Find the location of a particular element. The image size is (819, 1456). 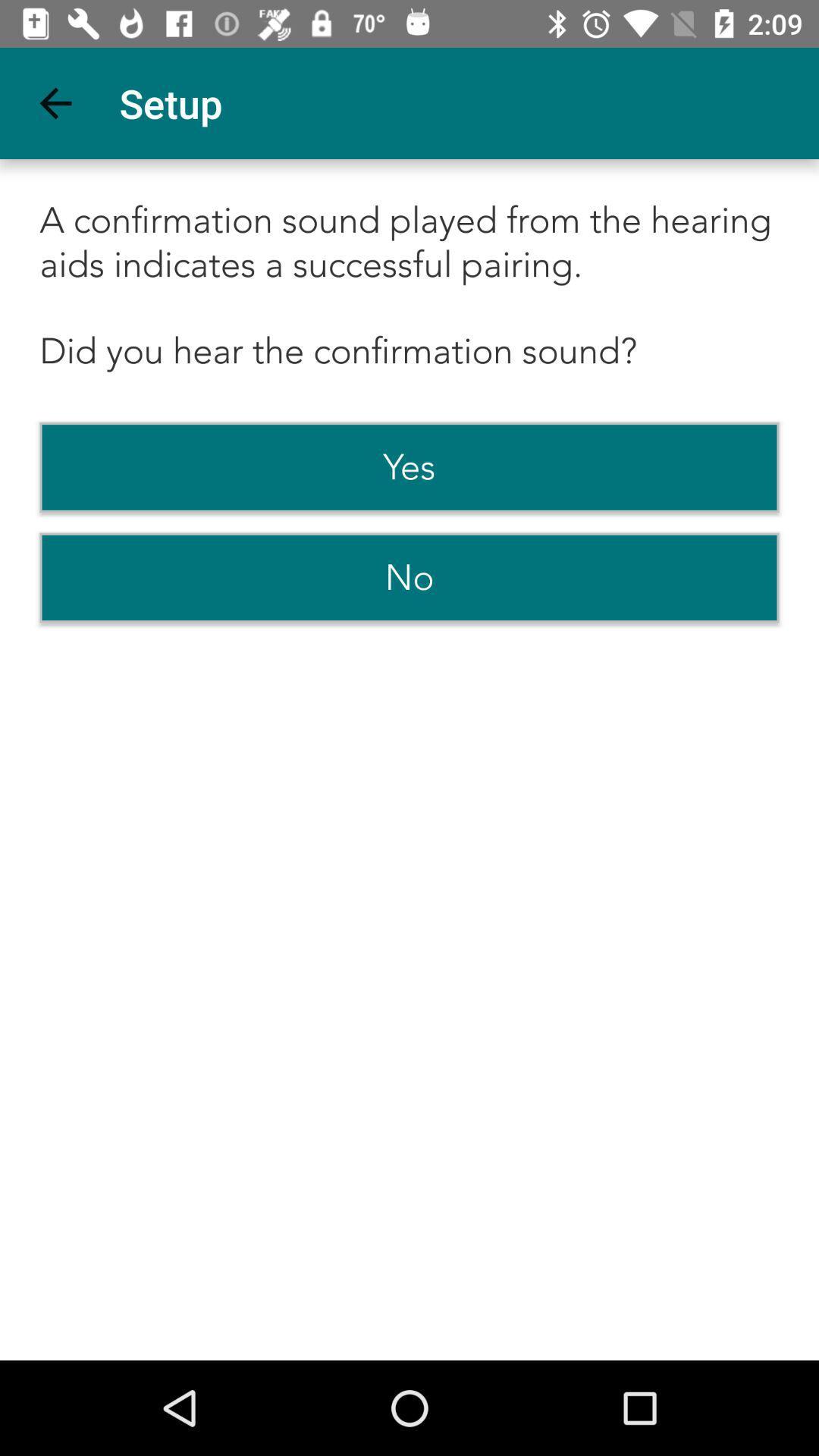

the yes item is located at coordinates (409, 466).